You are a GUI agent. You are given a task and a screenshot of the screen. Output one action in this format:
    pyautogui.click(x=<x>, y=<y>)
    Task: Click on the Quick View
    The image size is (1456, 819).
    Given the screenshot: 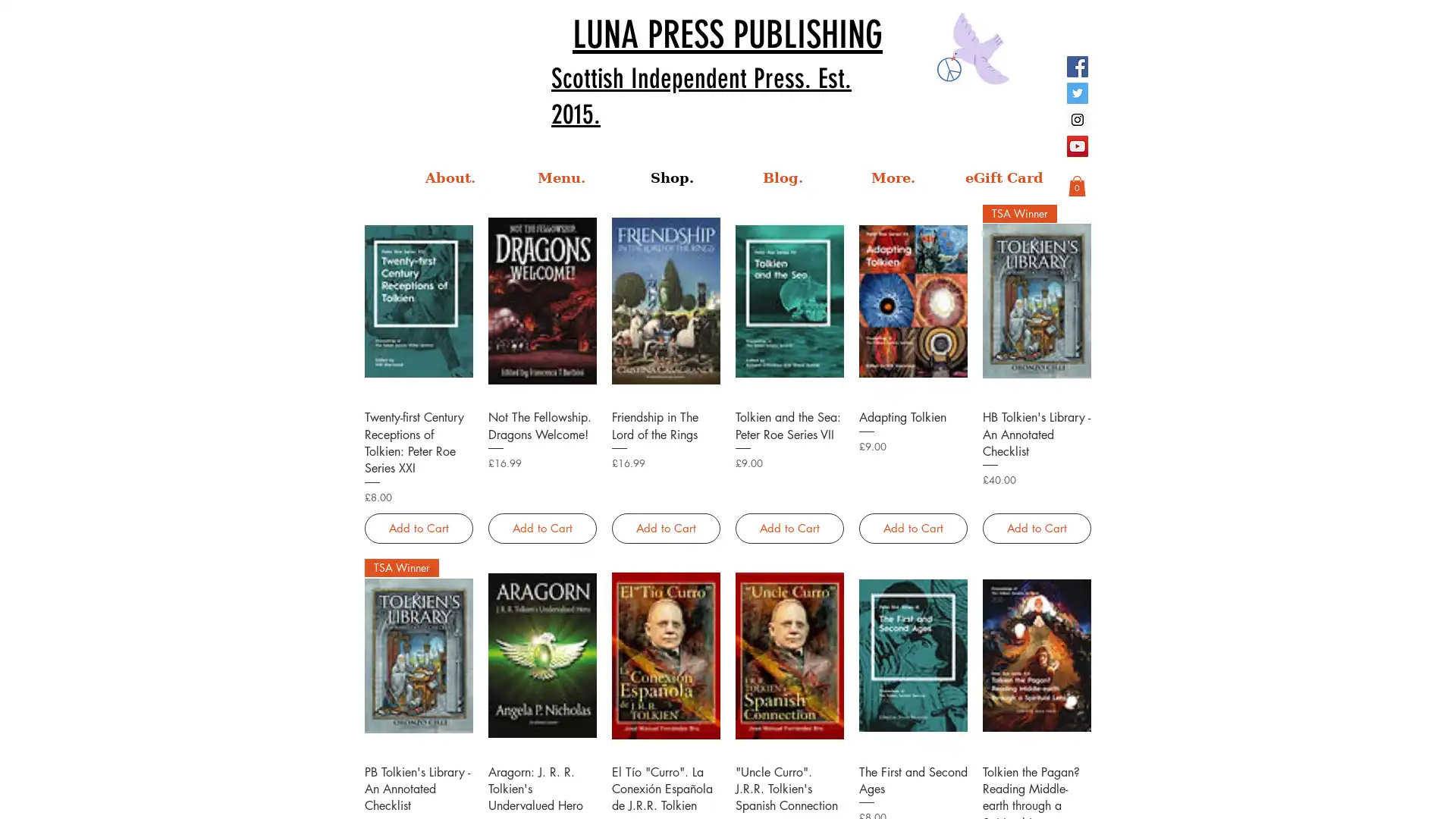 What is the action you would take?
    pyautogui.click(x=665, y=416)
    